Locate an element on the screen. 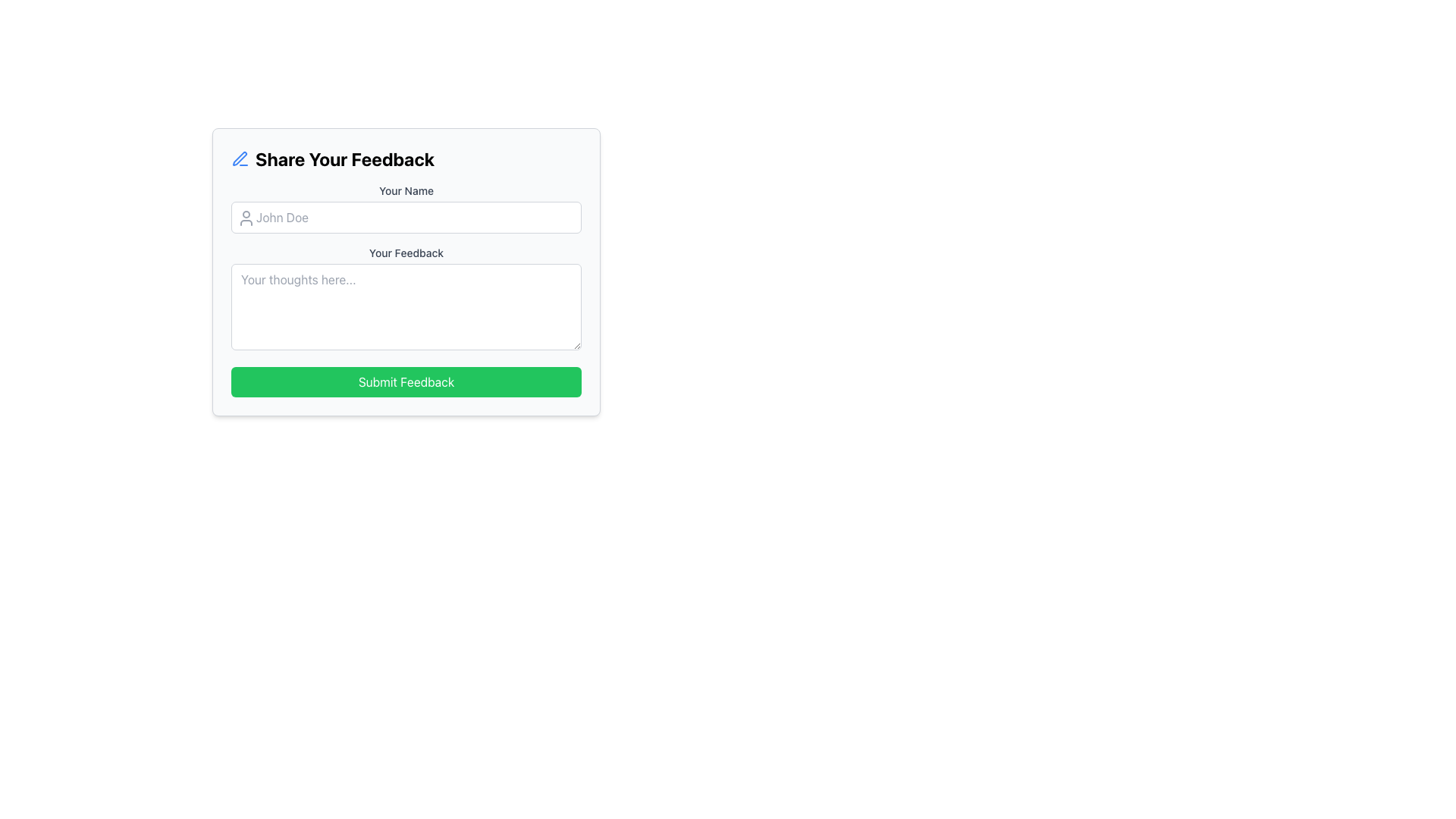 This screenshot has width=1456, height=819. the Heading element that serves as the title for the feedback section, located at the top of the bordered section above the input fields is located at coordinates (406, 158).